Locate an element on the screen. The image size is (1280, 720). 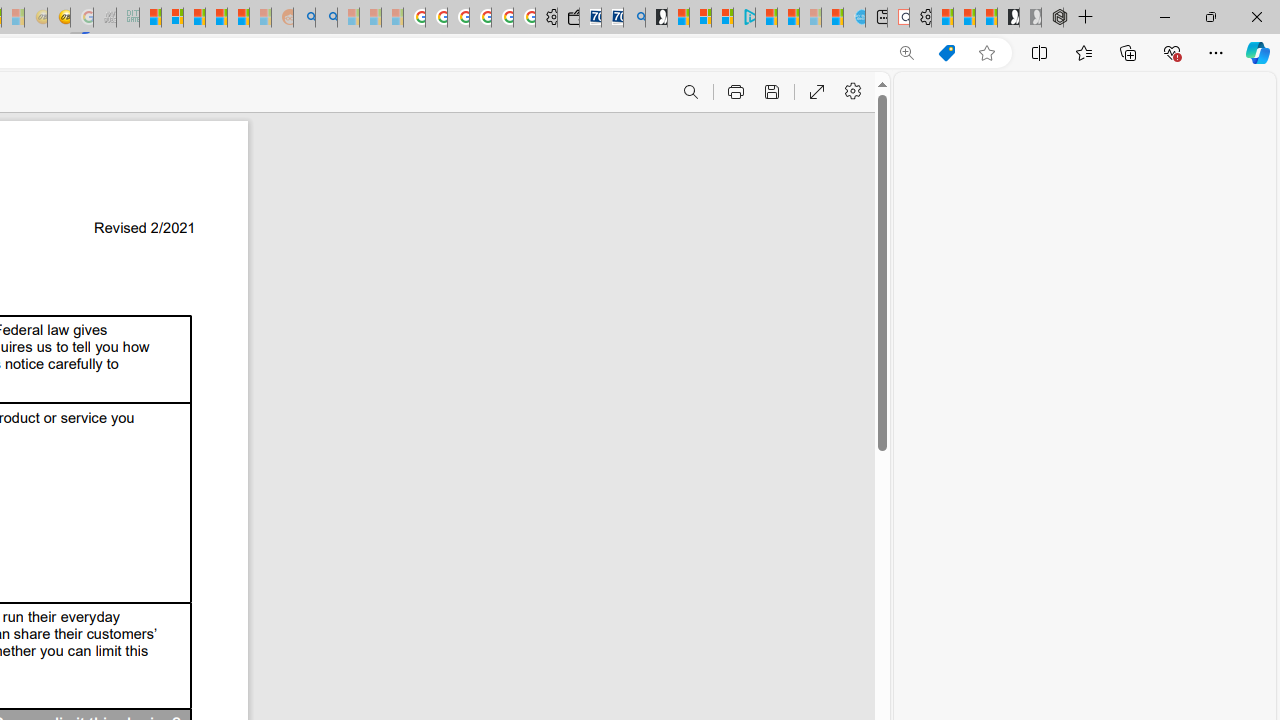
'Utah sues federal government - Search' is located at coordinates (326, 17).